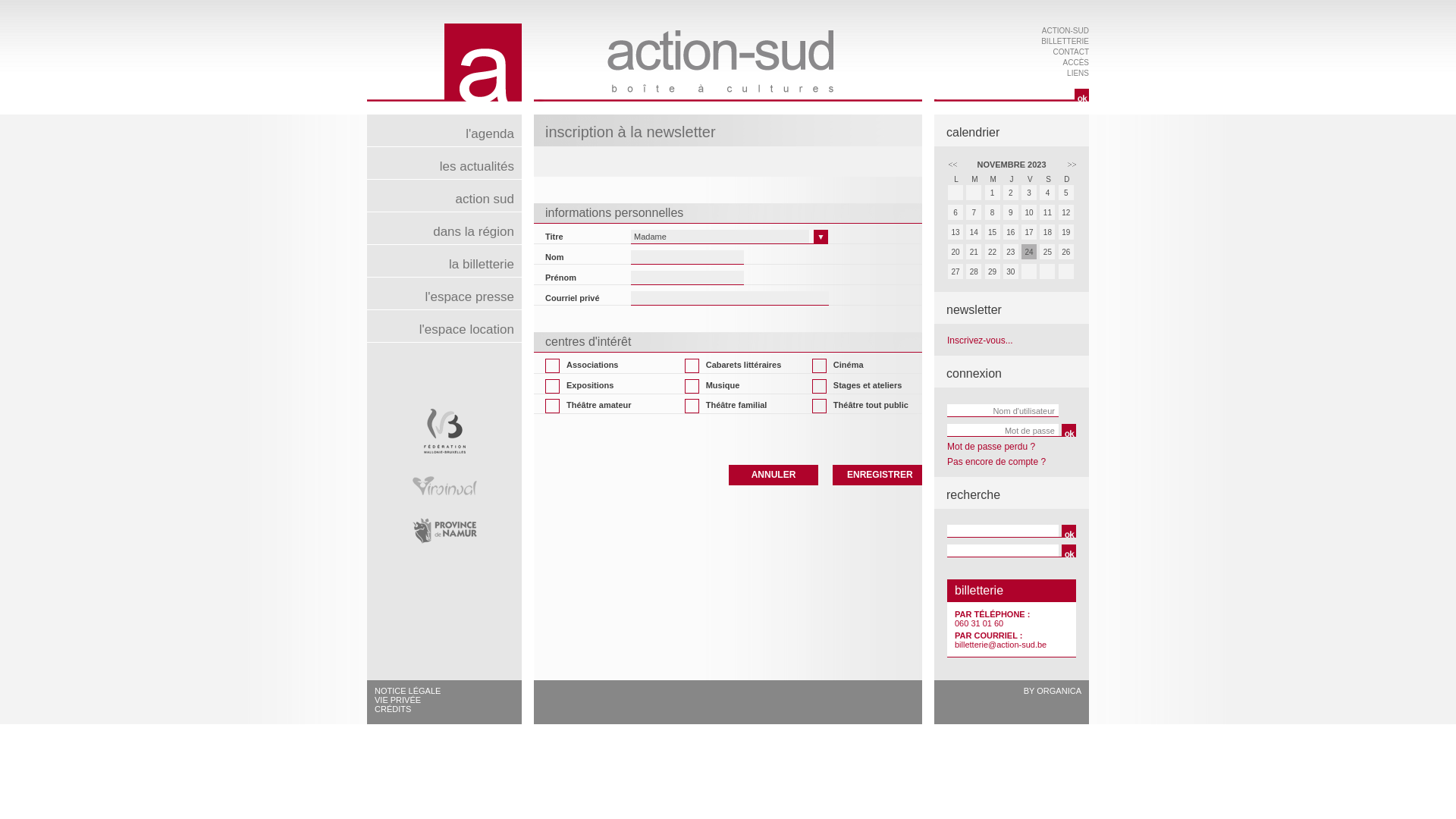  I want to click on '29', so click(993, 271).